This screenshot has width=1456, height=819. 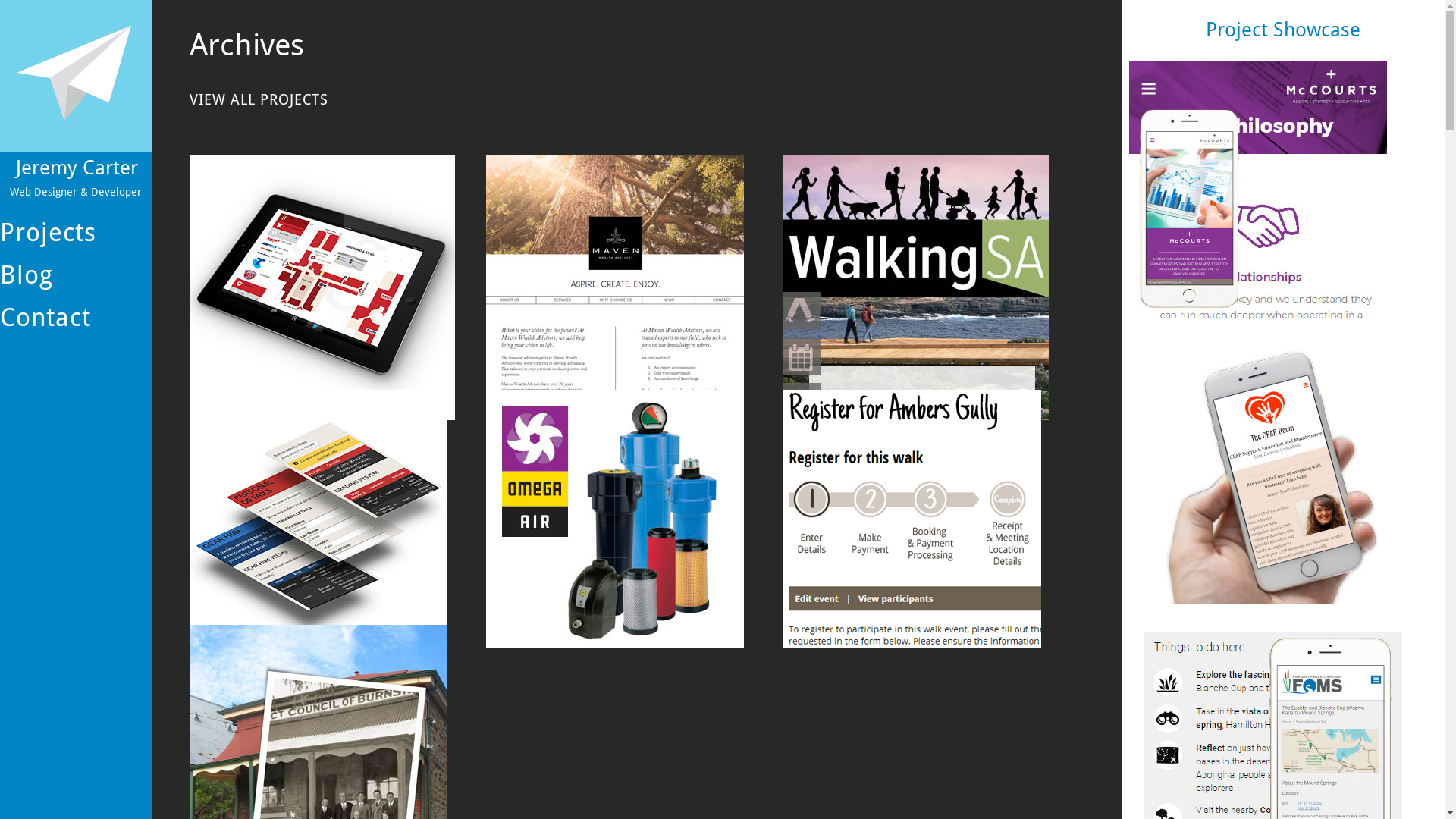 I want to click on 'Blog', so click(x=75, y=275).